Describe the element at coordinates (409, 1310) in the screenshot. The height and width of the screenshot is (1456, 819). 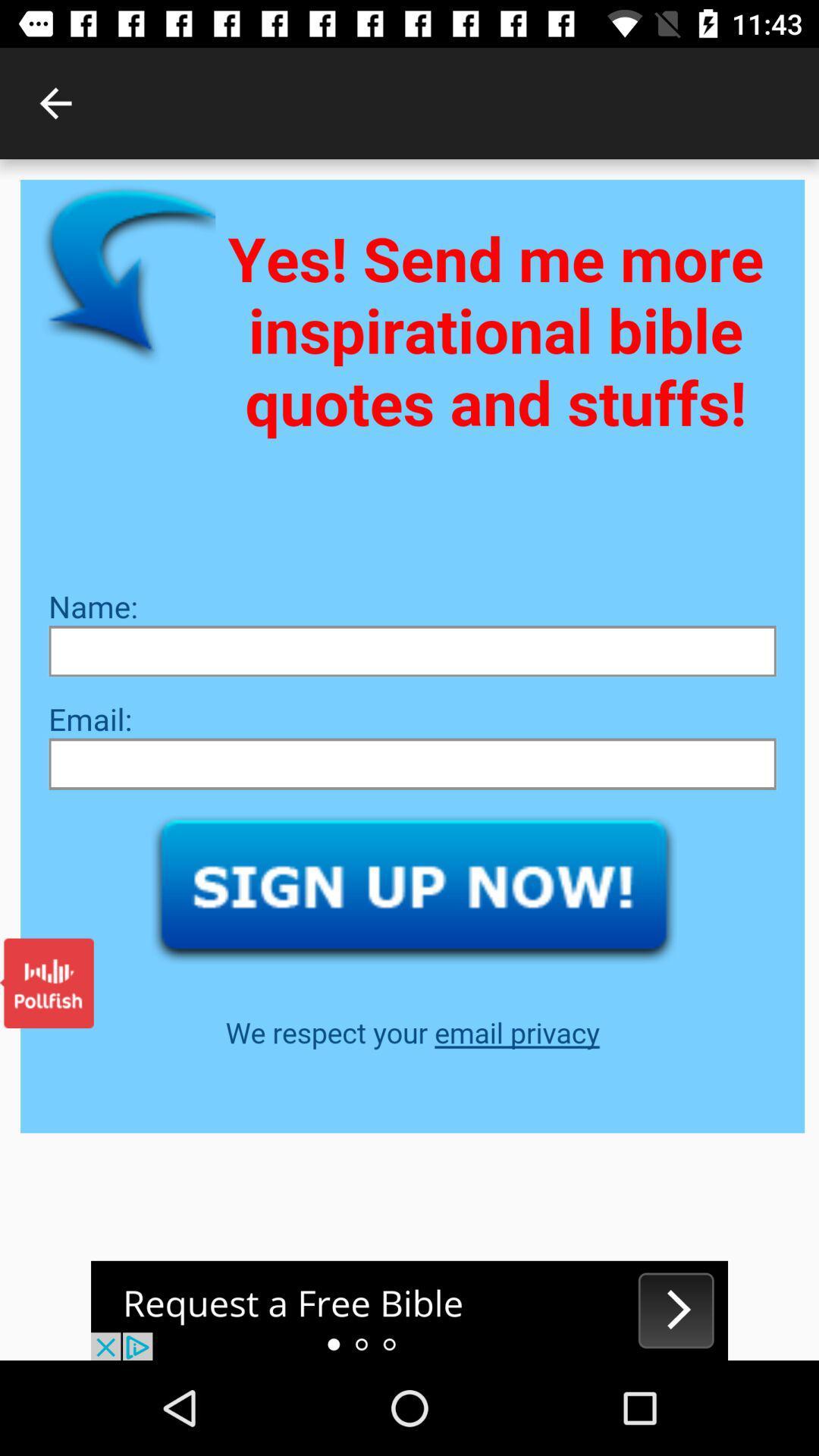
I see `advertisement` at that location.